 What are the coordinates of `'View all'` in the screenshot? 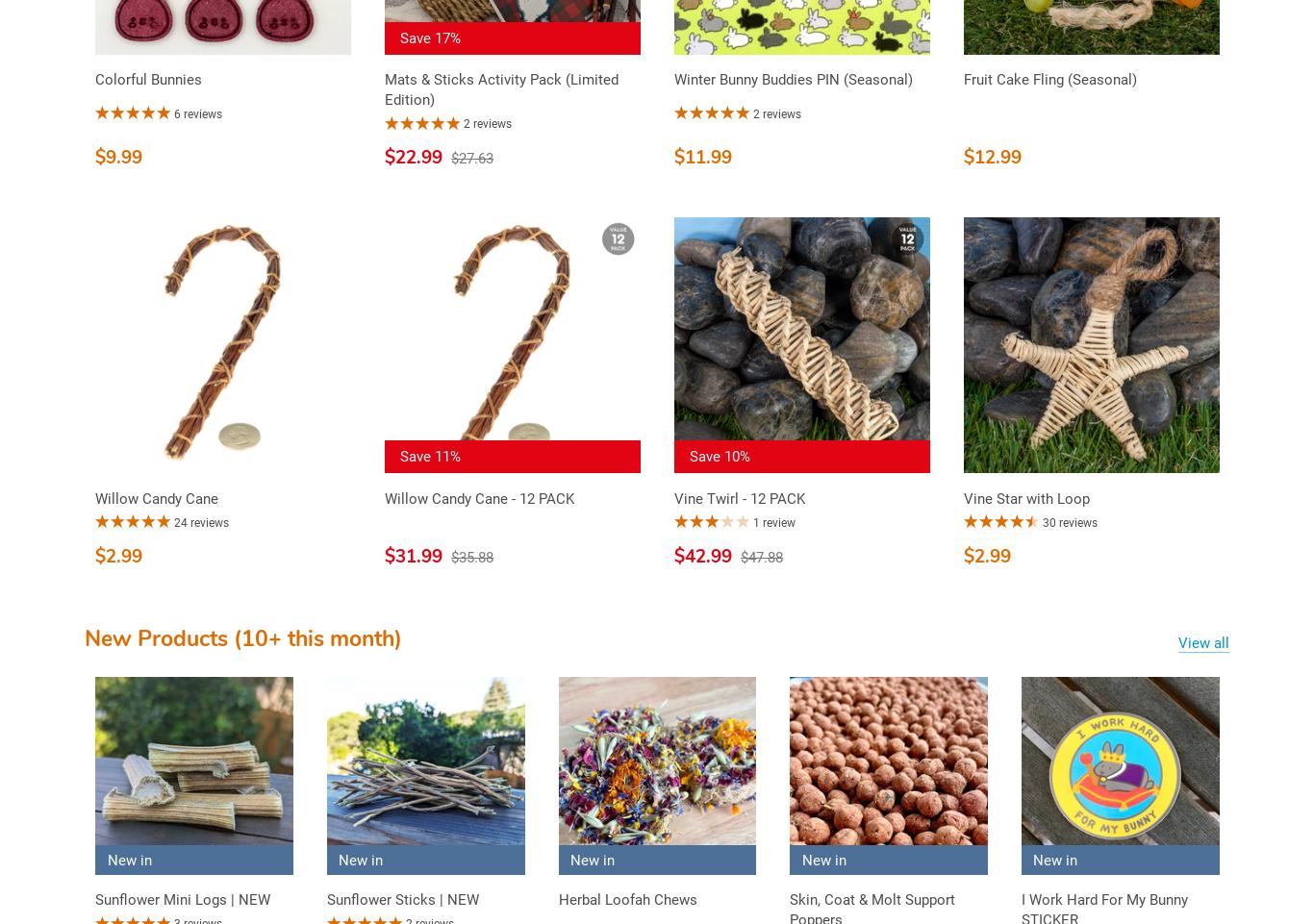 It's located at (1176, 640).